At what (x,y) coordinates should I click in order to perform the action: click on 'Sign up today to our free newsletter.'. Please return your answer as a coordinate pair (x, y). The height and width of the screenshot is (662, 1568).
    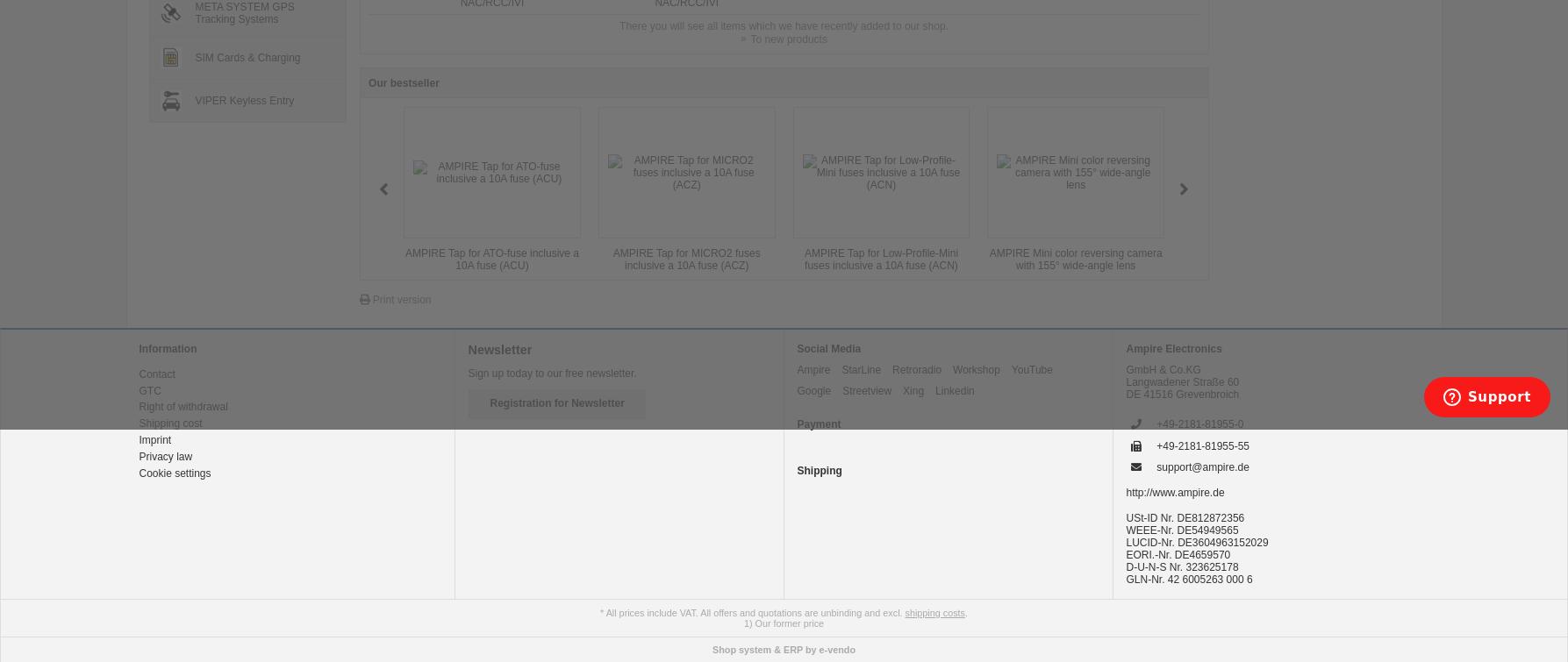
    Looking at the image, I should click on (551, 371).